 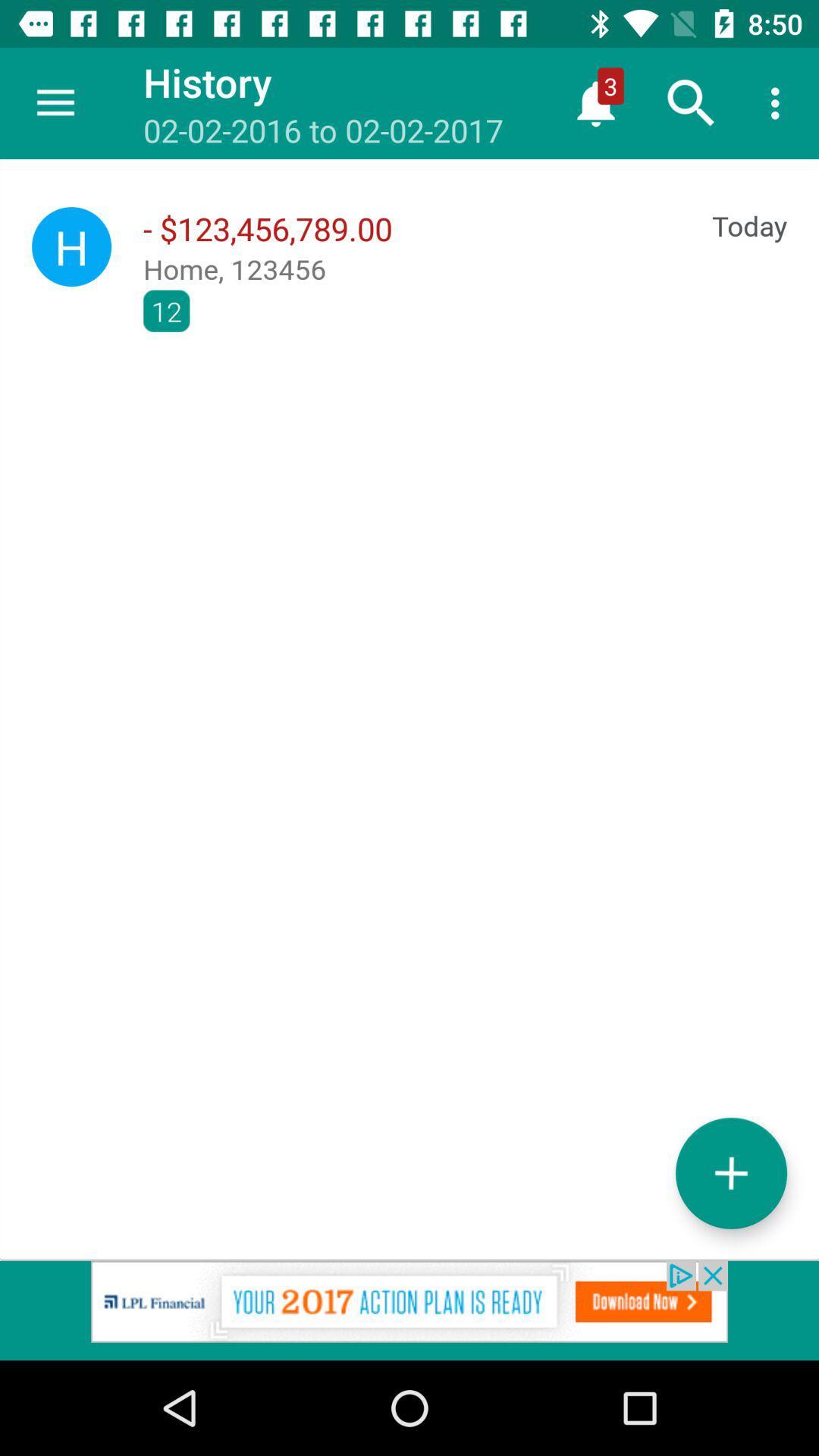 I want to click on button at bottom right corner, so click(x=730, y=1172).